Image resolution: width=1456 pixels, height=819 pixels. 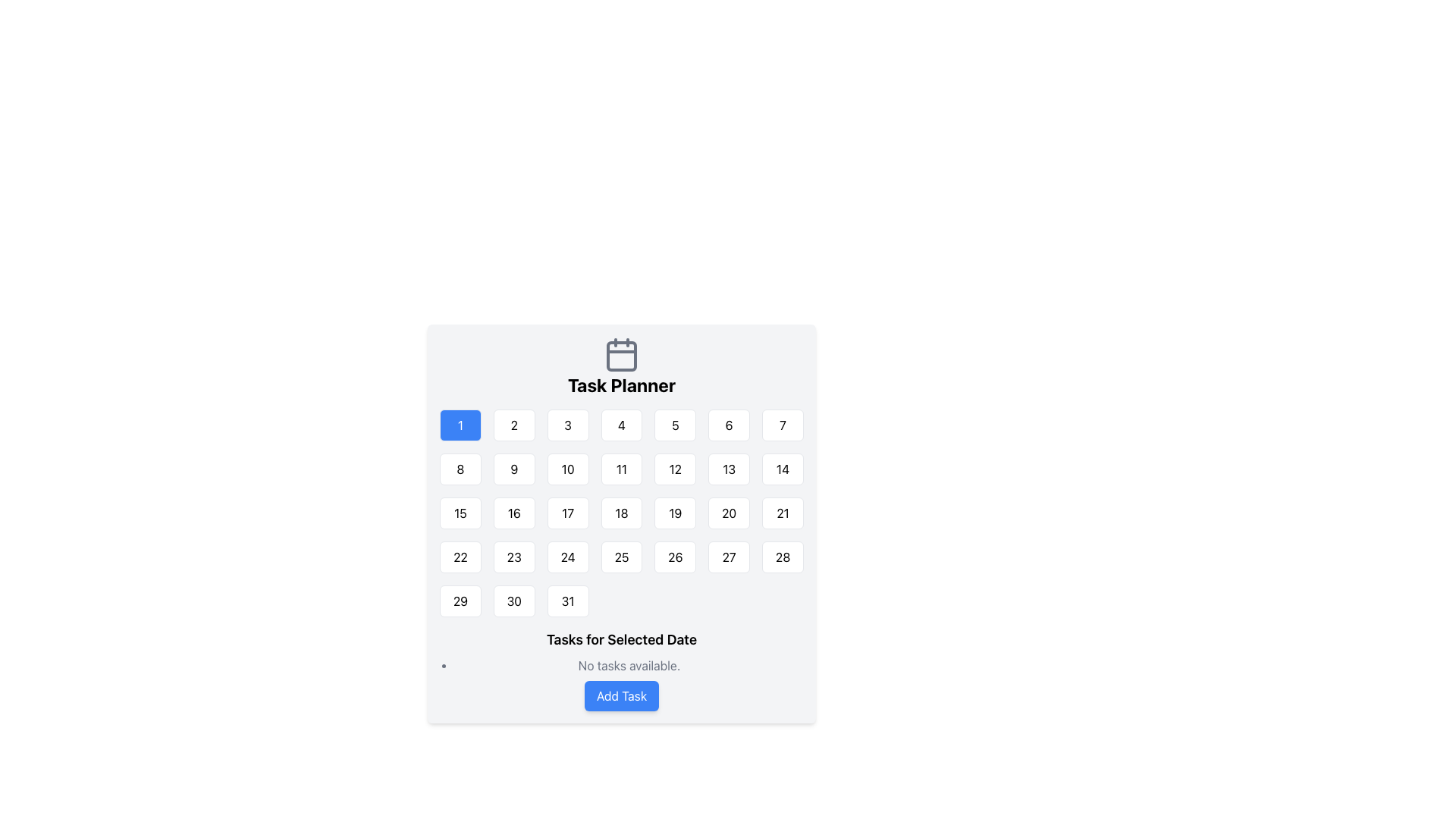 I want to click on the button displaying the number '3', which has a white background and black text, so click(x=567, y=425).